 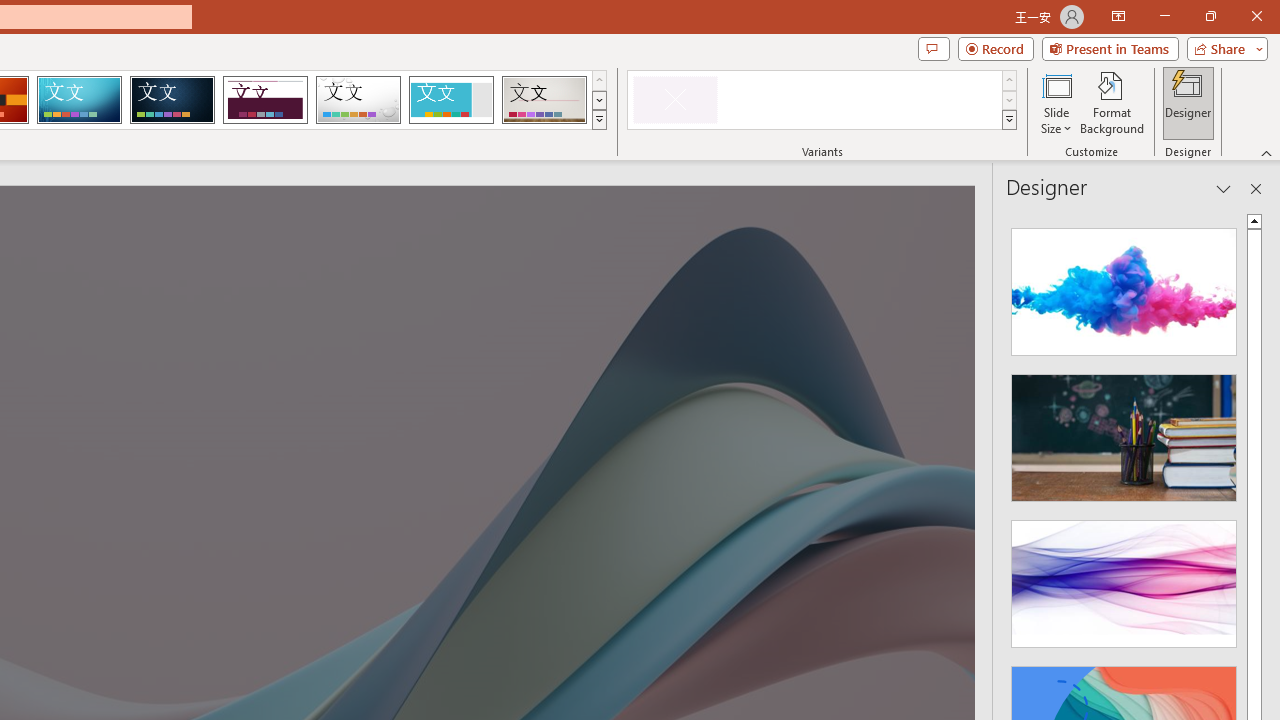 What do you see at coordinates (264, 100) in the screenshot?
I see `'Dividend'` at bounding box center [264, 100].